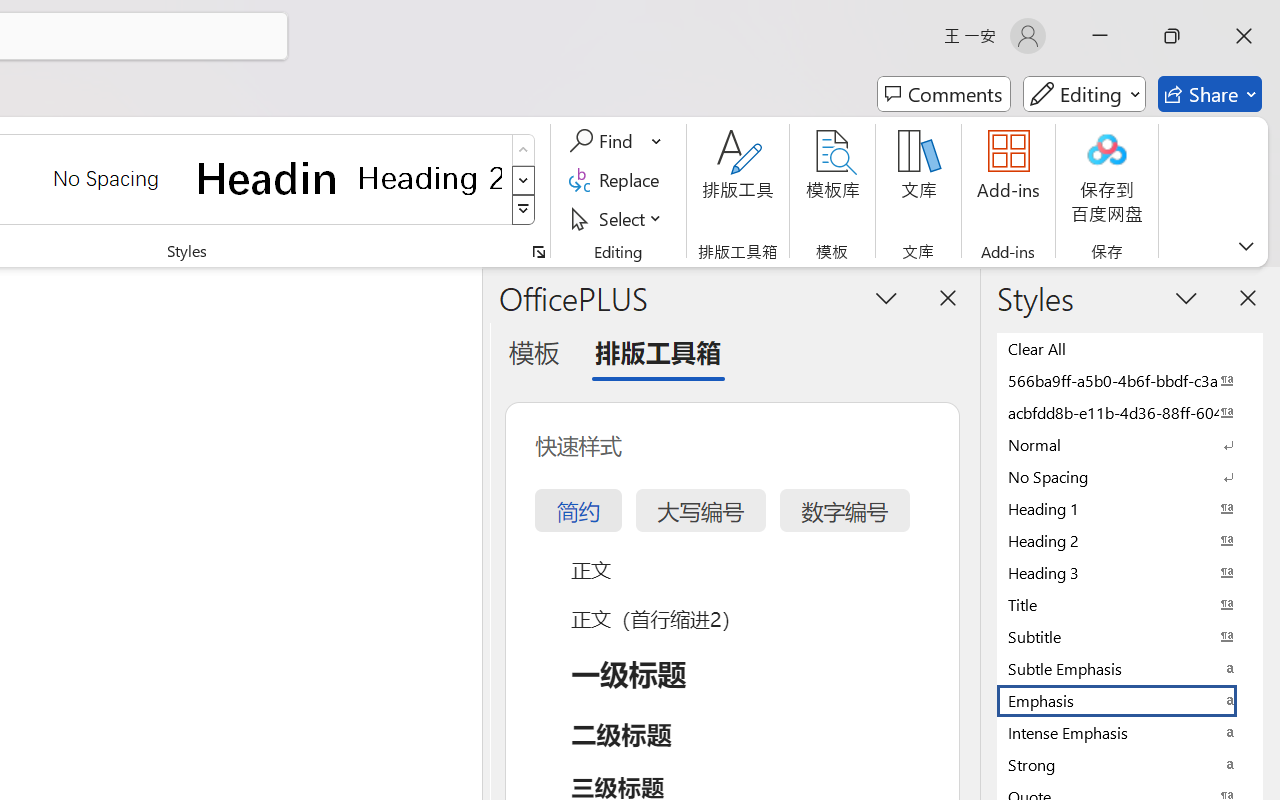  What do you see at coordinates (1130, 668) in the screenshot?
I see `'Subtle Emphasis'` at bounding box center [1130, 668].